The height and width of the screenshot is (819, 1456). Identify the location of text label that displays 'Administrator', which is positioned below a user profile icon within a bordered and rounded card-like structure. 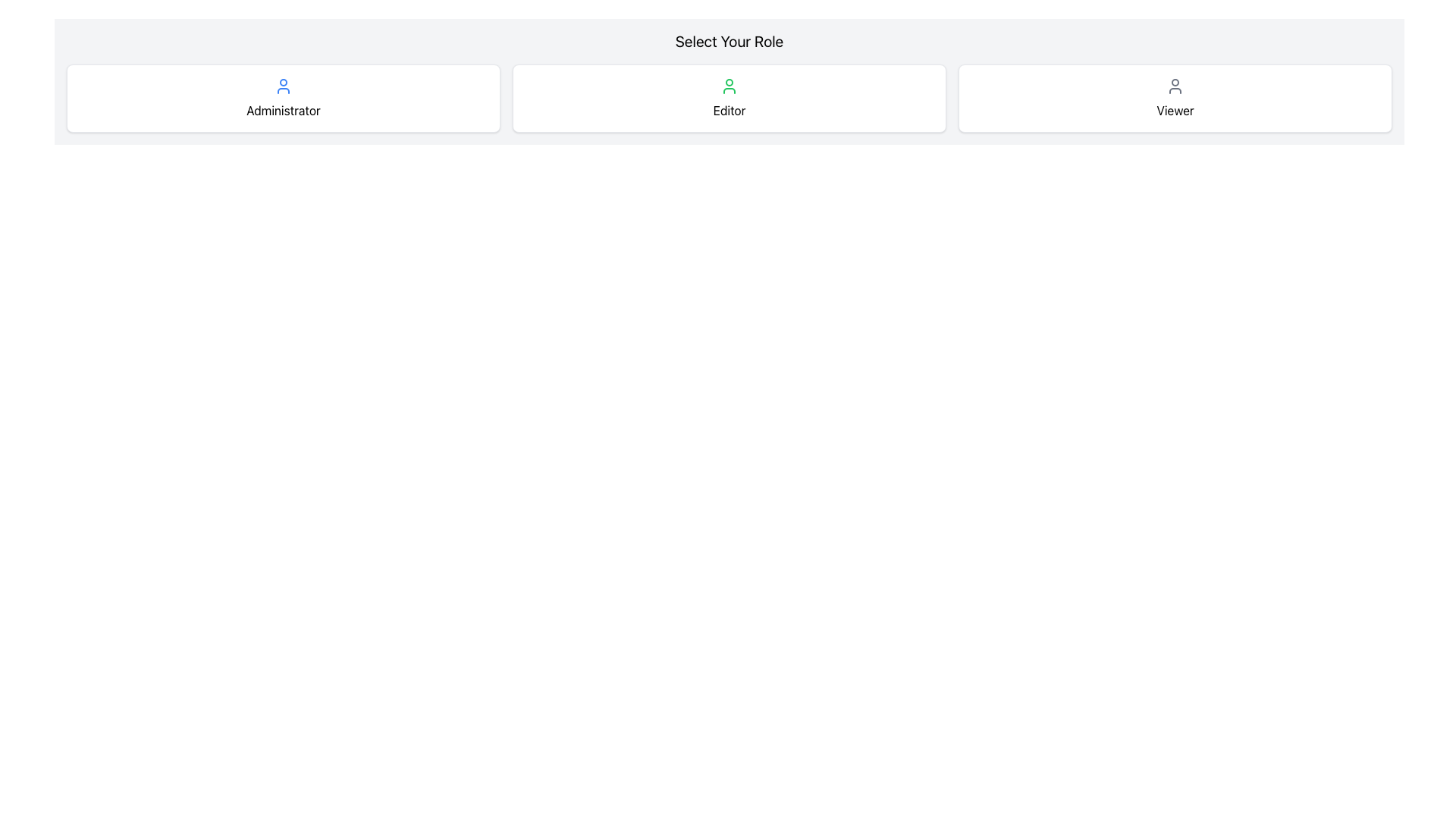
(284, 110).